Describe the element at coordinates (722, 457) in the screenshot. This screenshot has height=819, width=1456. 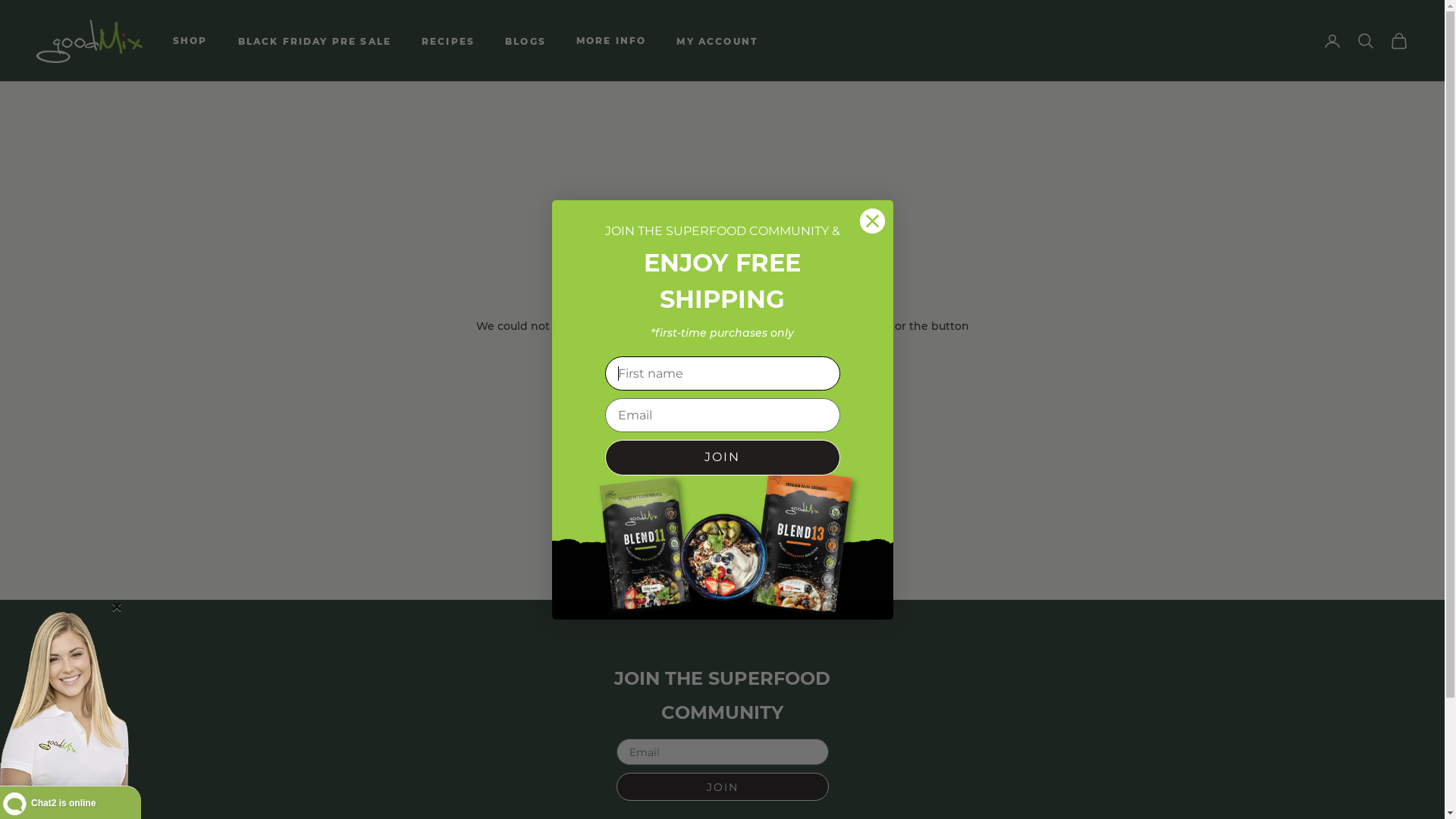
I see `'JOIN'` at that location.